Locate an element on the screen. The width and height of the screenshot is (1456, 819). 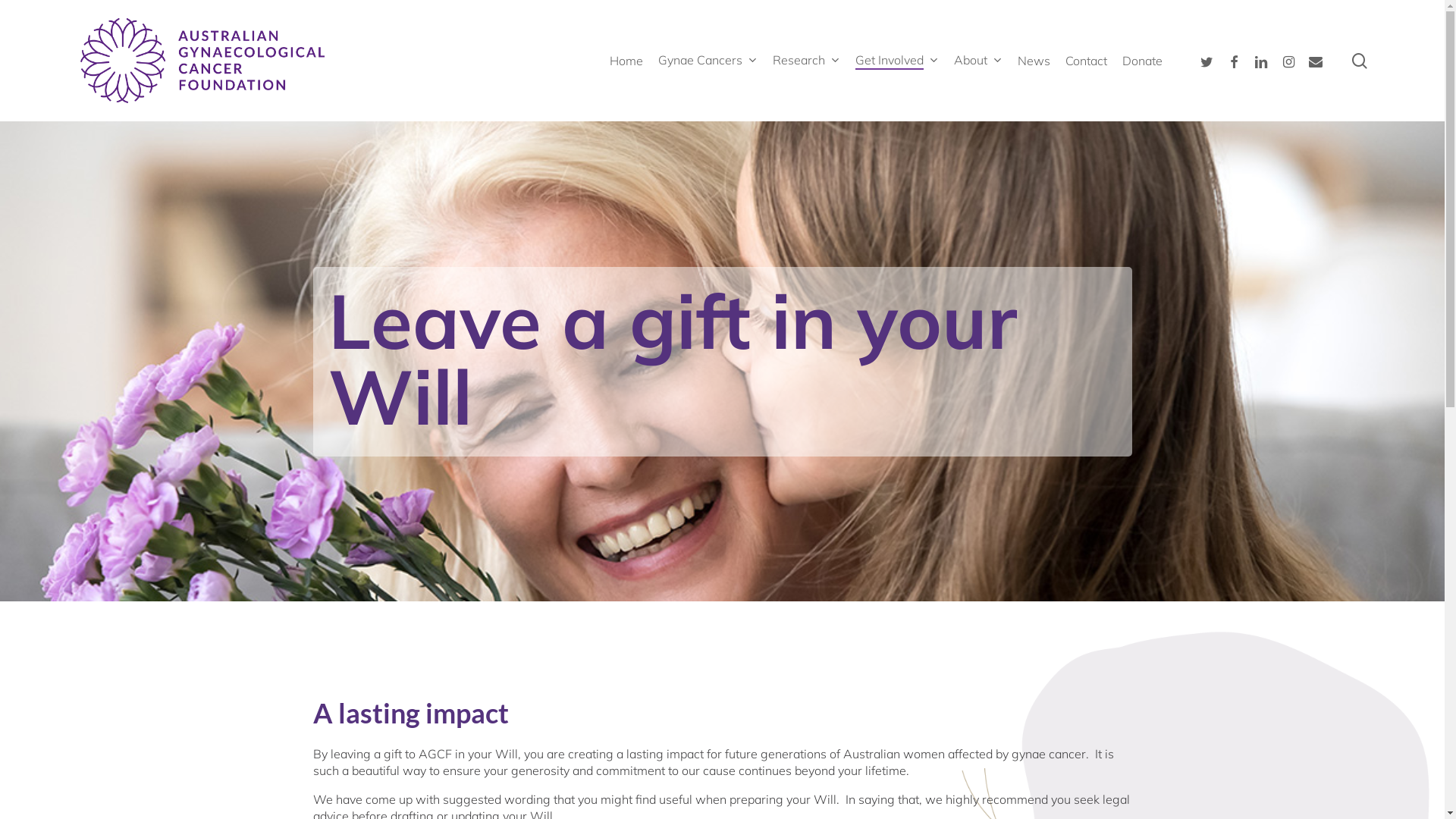
'About' is located at coordinates (978, 60).